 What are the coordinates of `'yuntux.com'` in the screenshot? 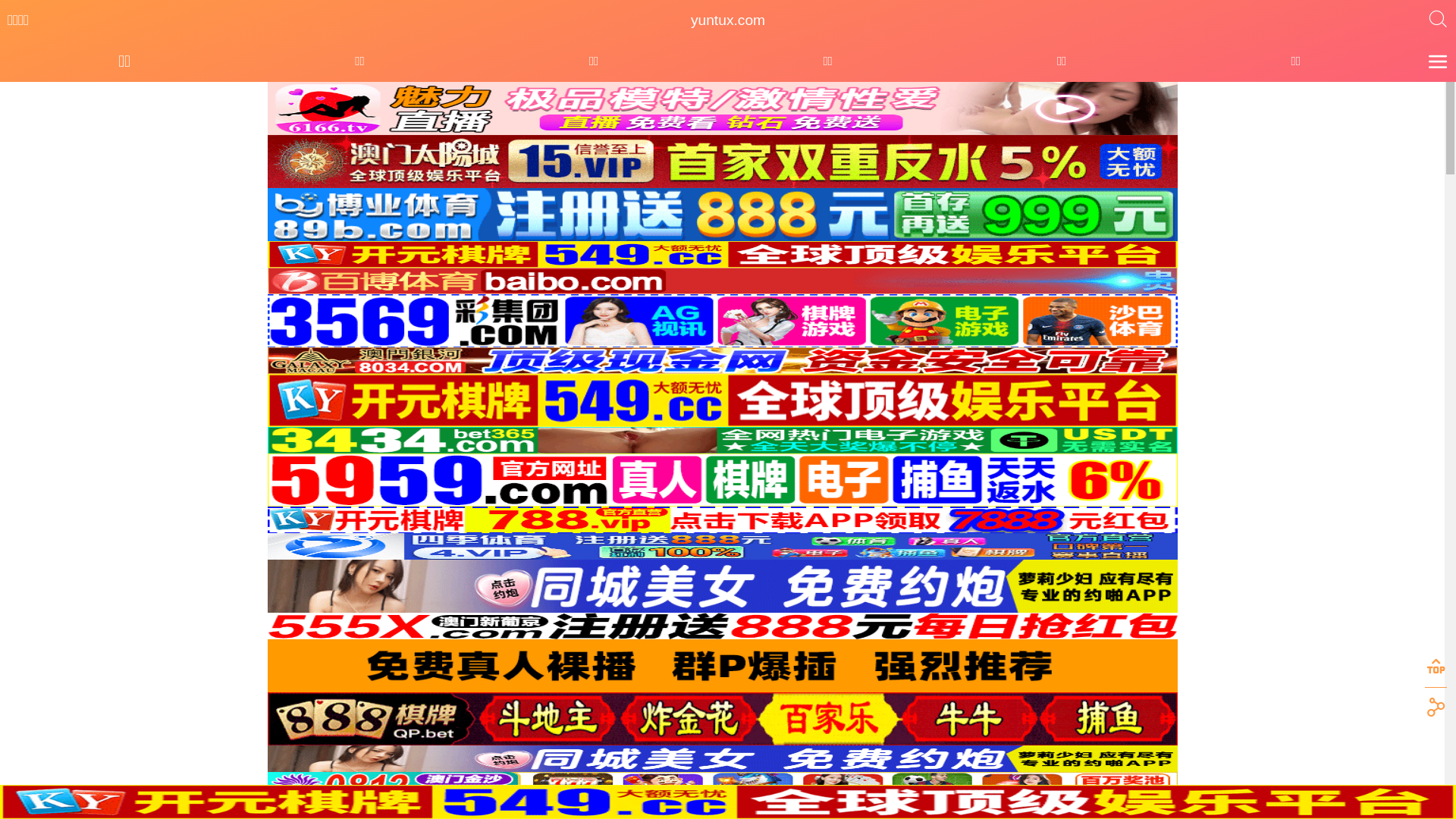 It's located at (728, 20).